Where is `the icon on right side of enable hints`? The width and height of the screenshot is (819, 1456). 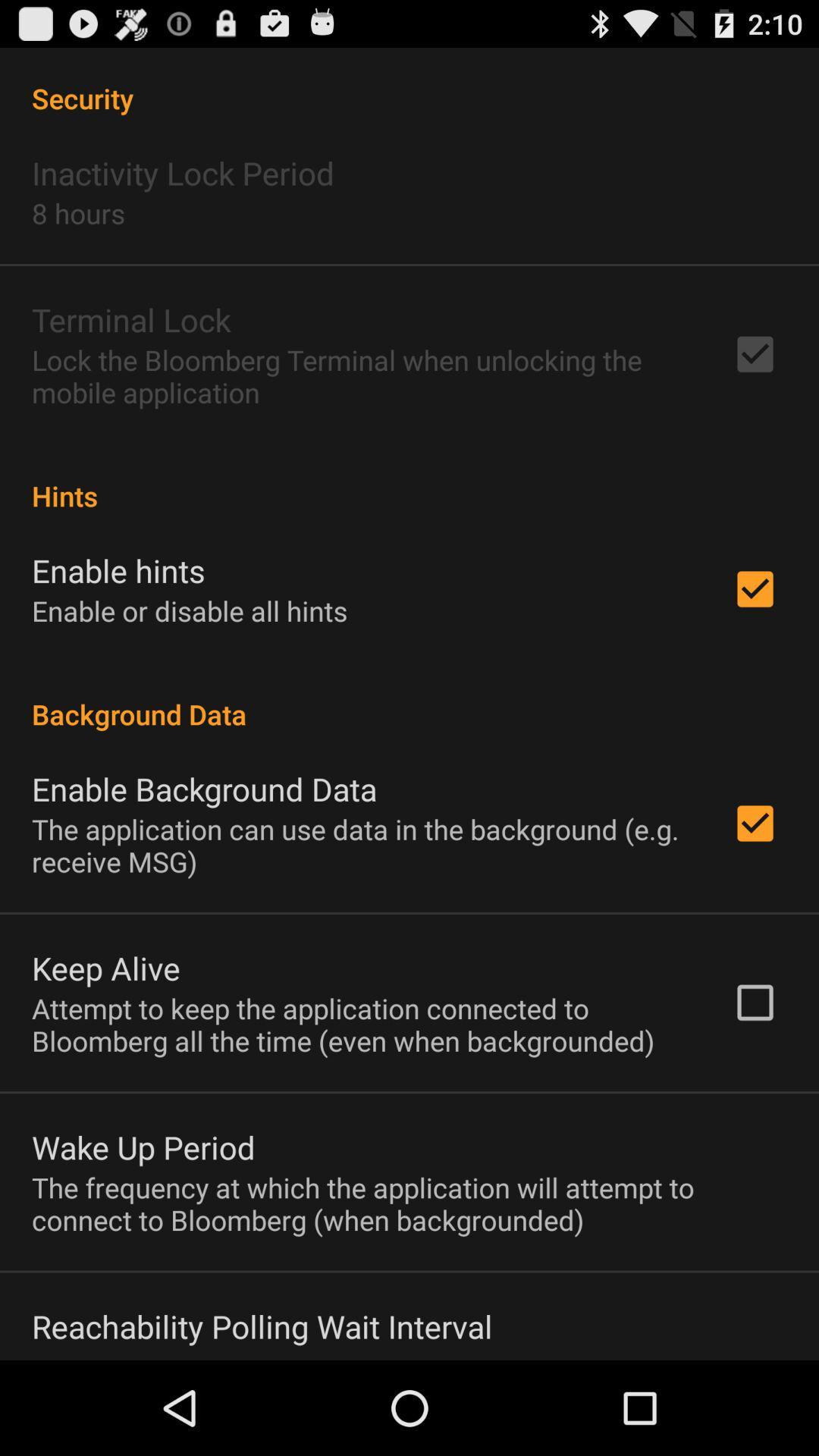
the icon on right side of enable hints is located at coordinates (755, 588).